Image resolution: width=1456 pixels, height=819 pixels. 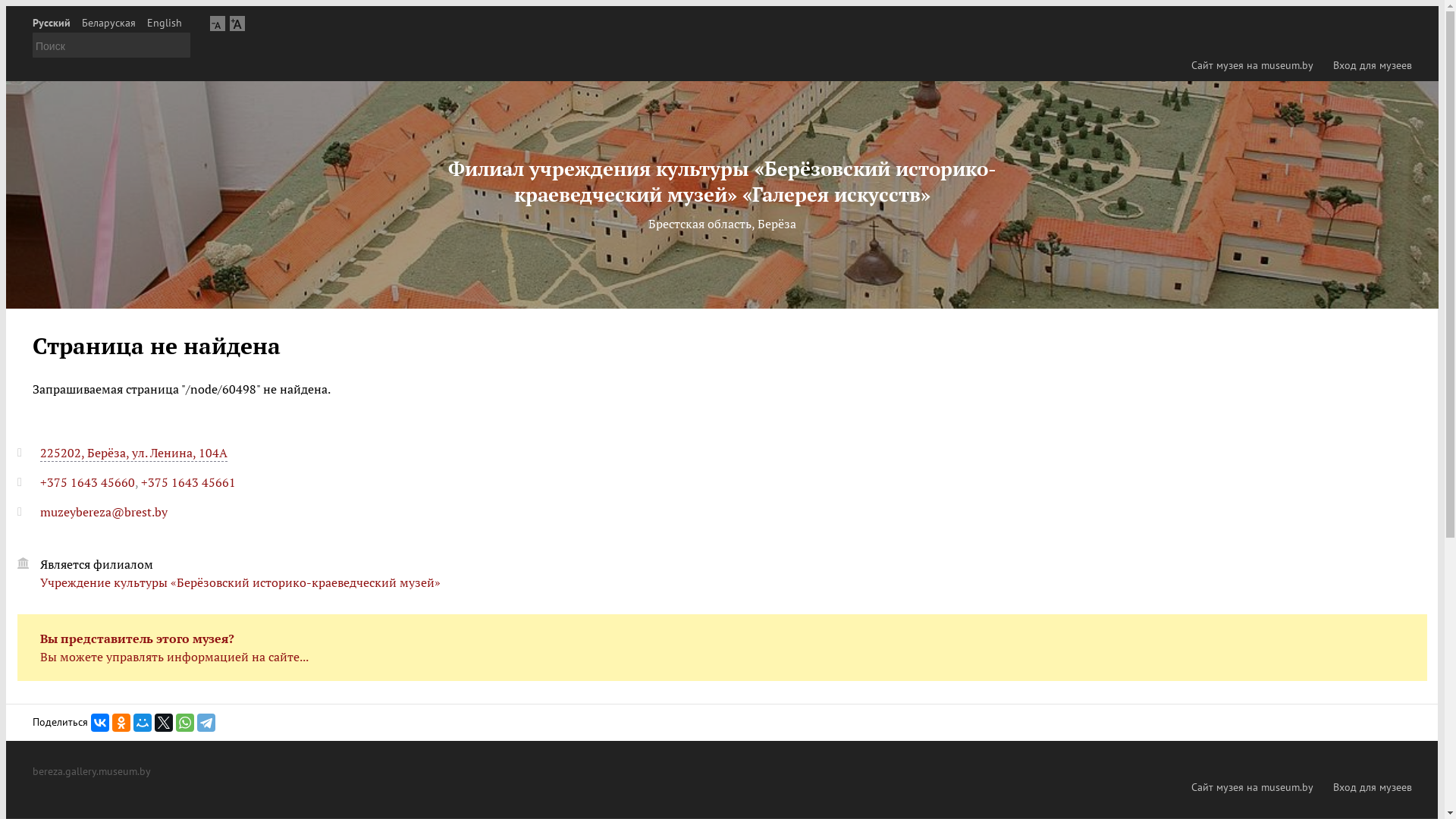 I want to click on '+375 1643 45661', so click(x=187, y=482).